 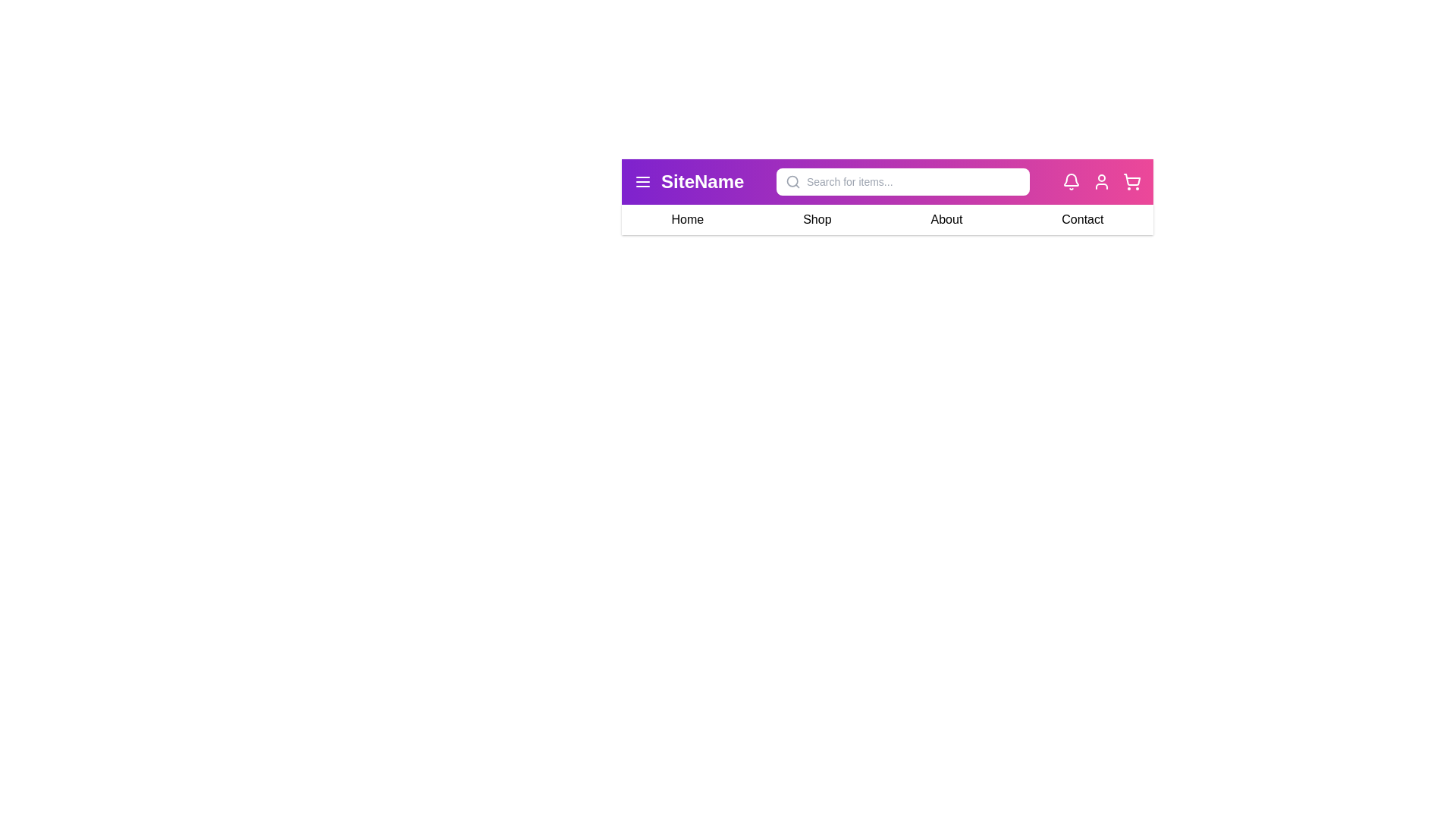 I want to click on the user profile icon, so click(x=1102, y=180).